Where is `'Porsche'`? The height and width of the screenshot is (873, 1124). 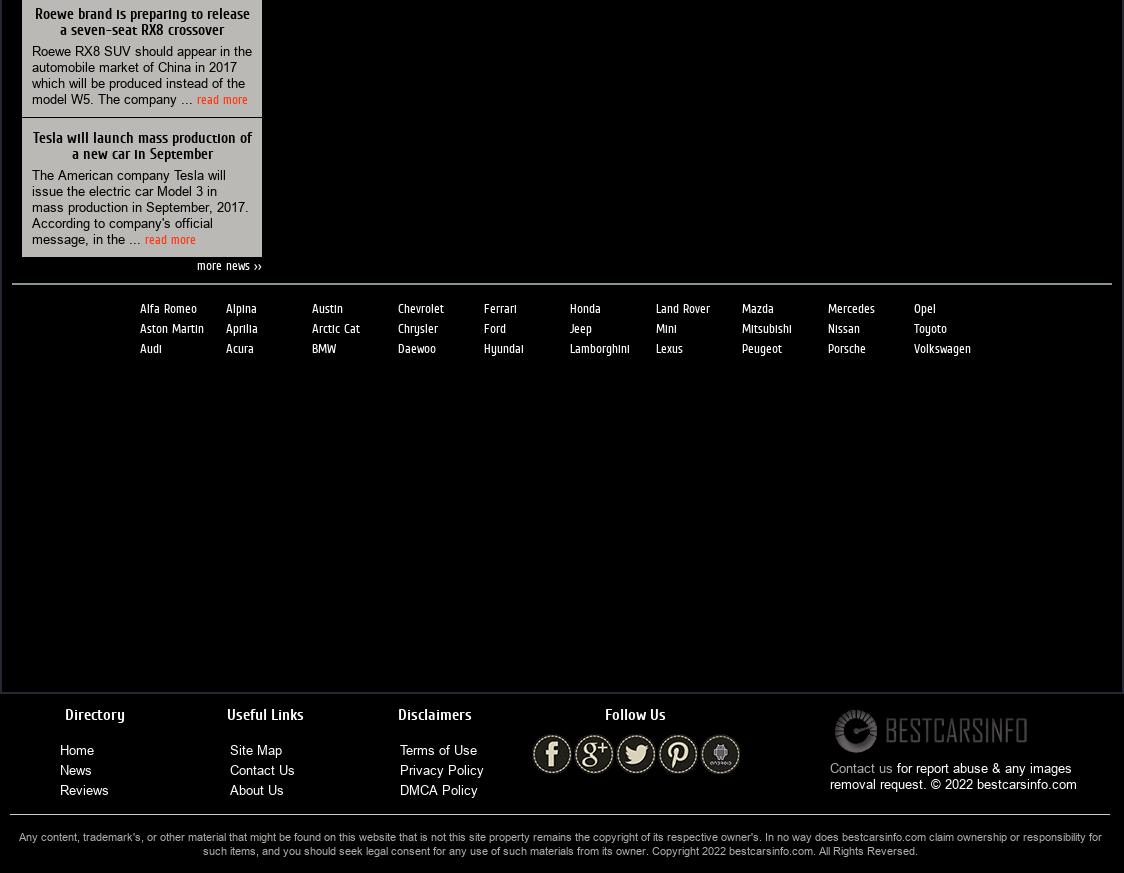 'Porsche' is located at coordinates (846, 347).